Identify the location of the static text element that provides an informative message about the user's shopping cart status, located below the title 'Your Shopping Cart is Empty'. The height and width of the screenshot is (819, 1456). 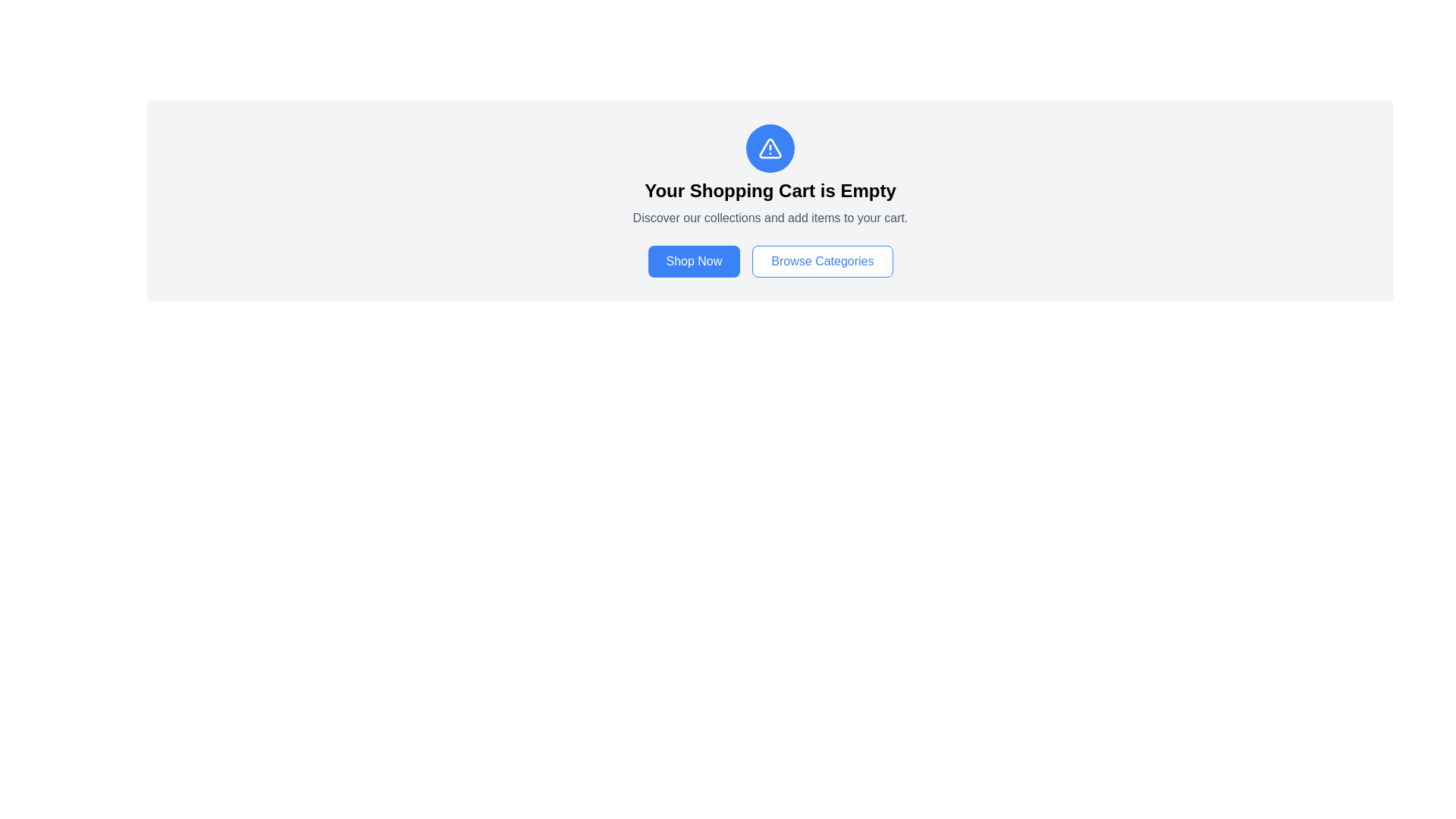
(770, 218).